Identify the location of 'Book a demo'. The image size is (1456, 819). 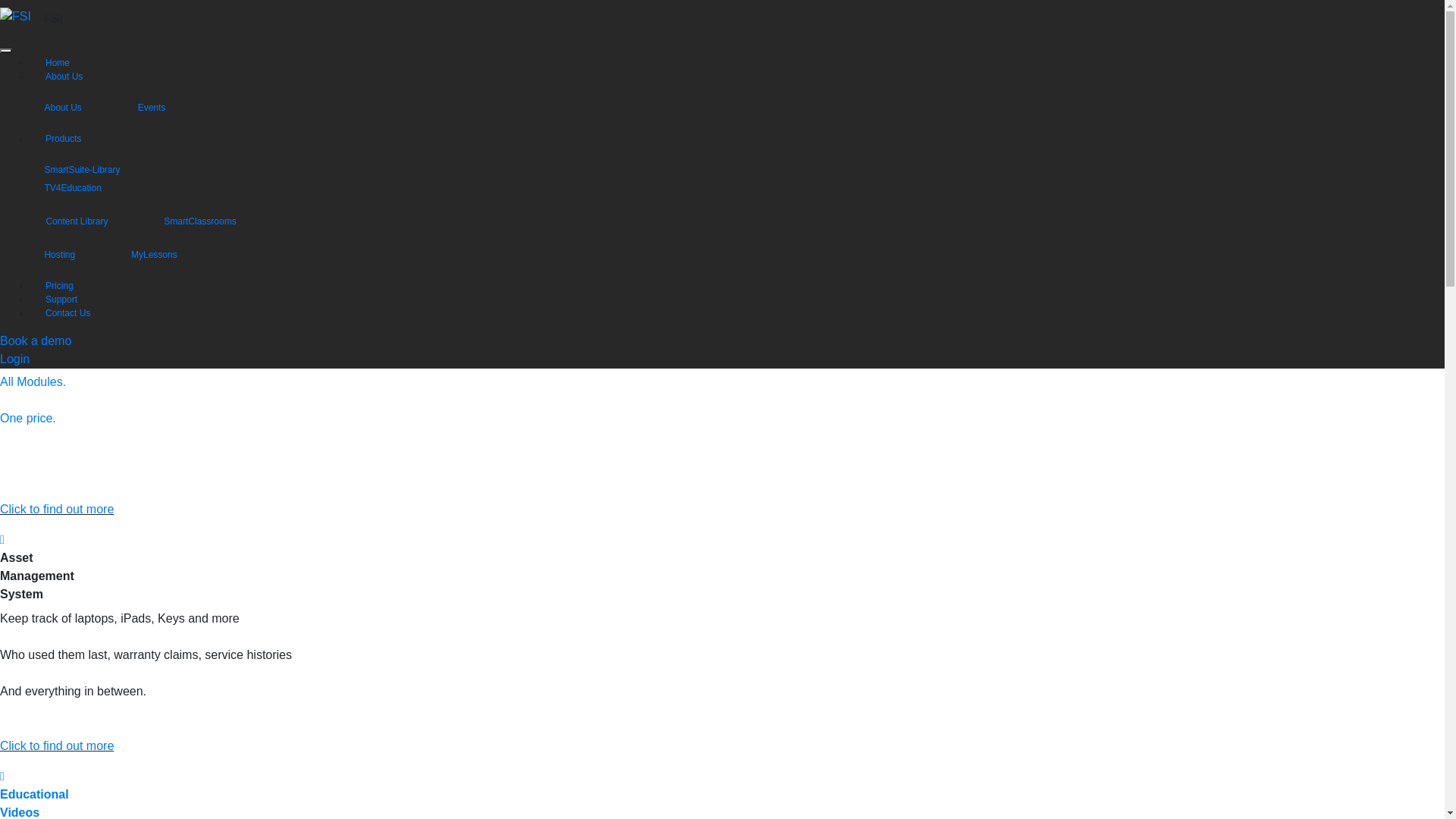
(36, 340).